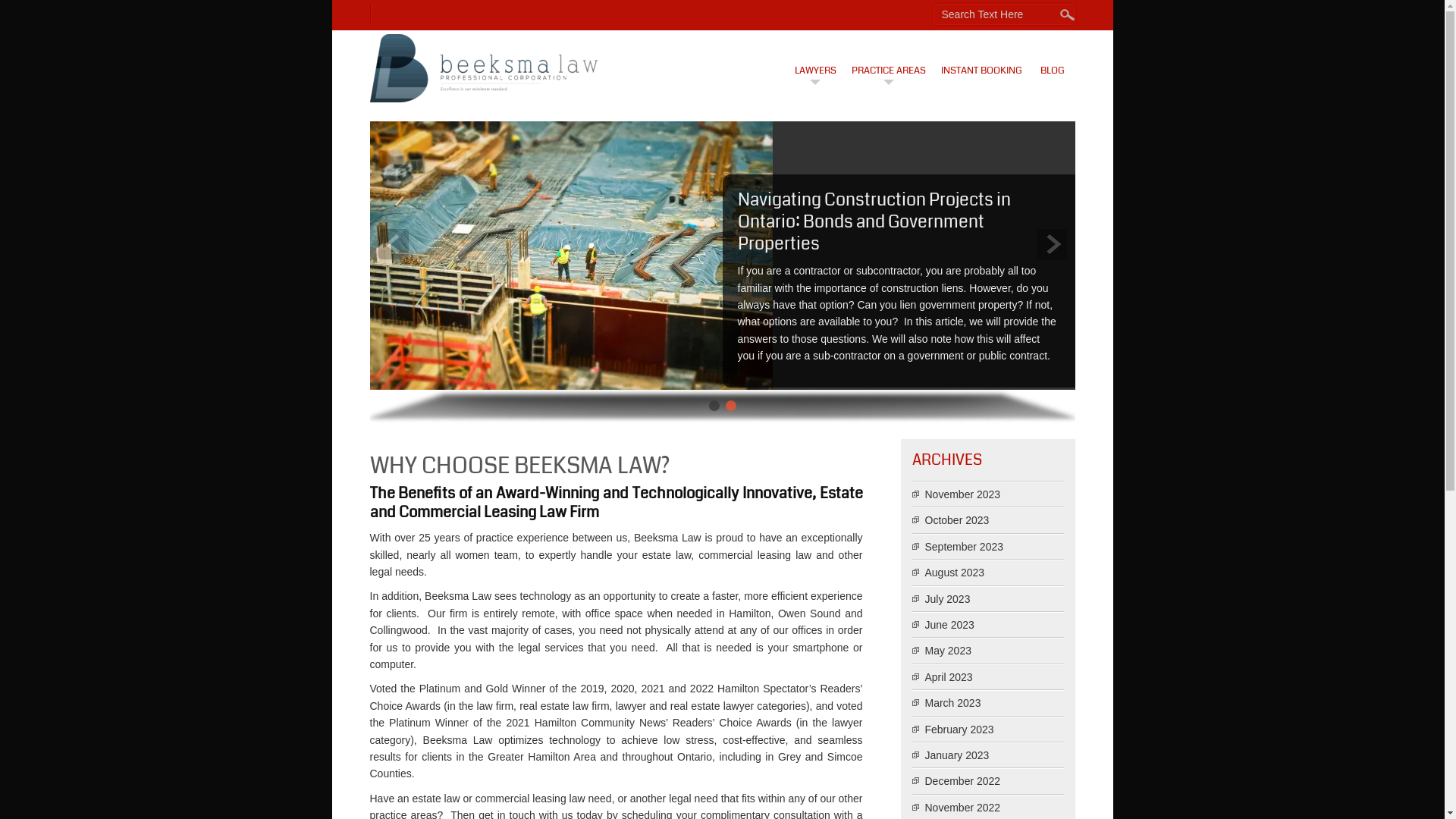 This screenshot has width=1456, height=819. Describe the element at coordinates (1051, 243) in the screenshot. I see `'Next'` at that location.